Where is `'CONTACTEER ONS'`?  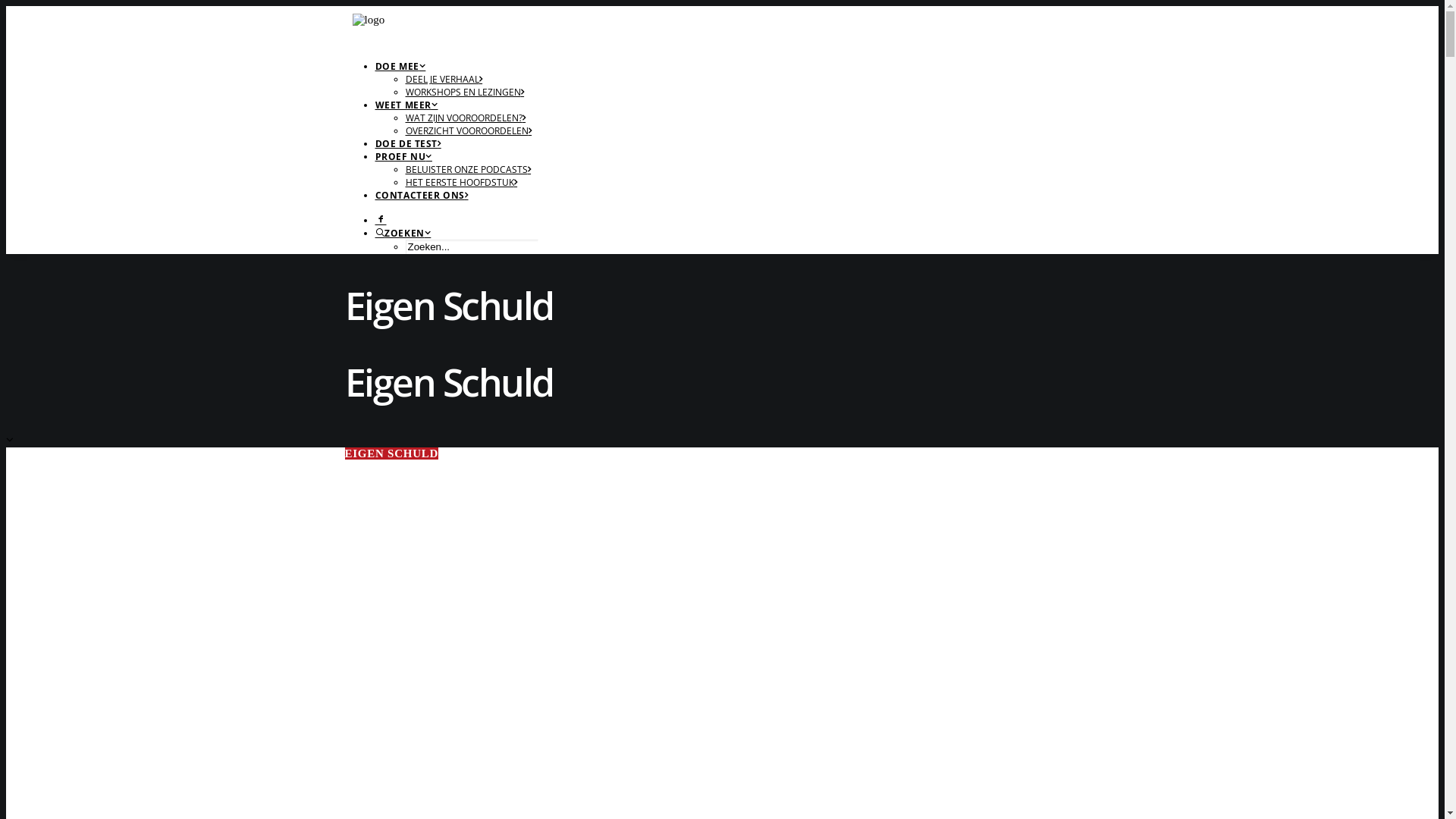 'CONTACTEER ONS' is located at coordinates (375, 194).